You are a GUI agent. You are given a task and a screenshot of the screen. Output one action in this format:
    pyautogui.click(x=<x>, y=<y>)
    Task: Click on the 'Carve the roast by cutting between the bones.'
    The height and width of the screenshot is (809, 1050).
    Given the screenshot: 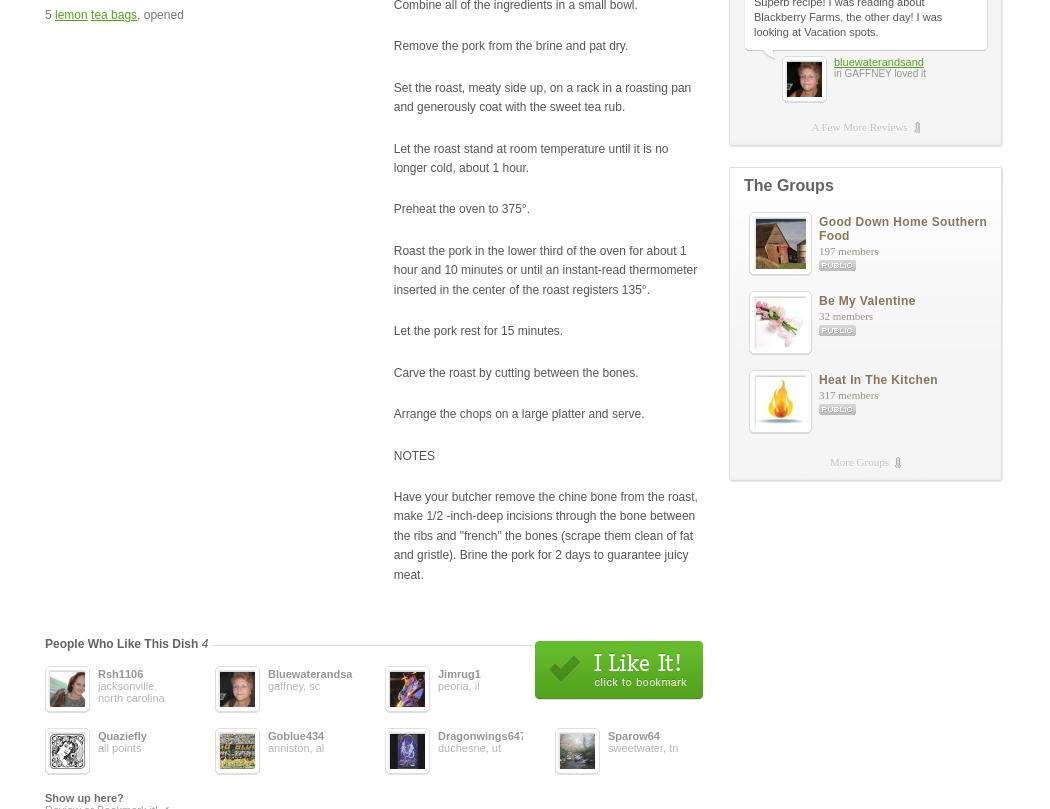 What is the action you would take?
    pyautogui.click(x=514, y=371)
    